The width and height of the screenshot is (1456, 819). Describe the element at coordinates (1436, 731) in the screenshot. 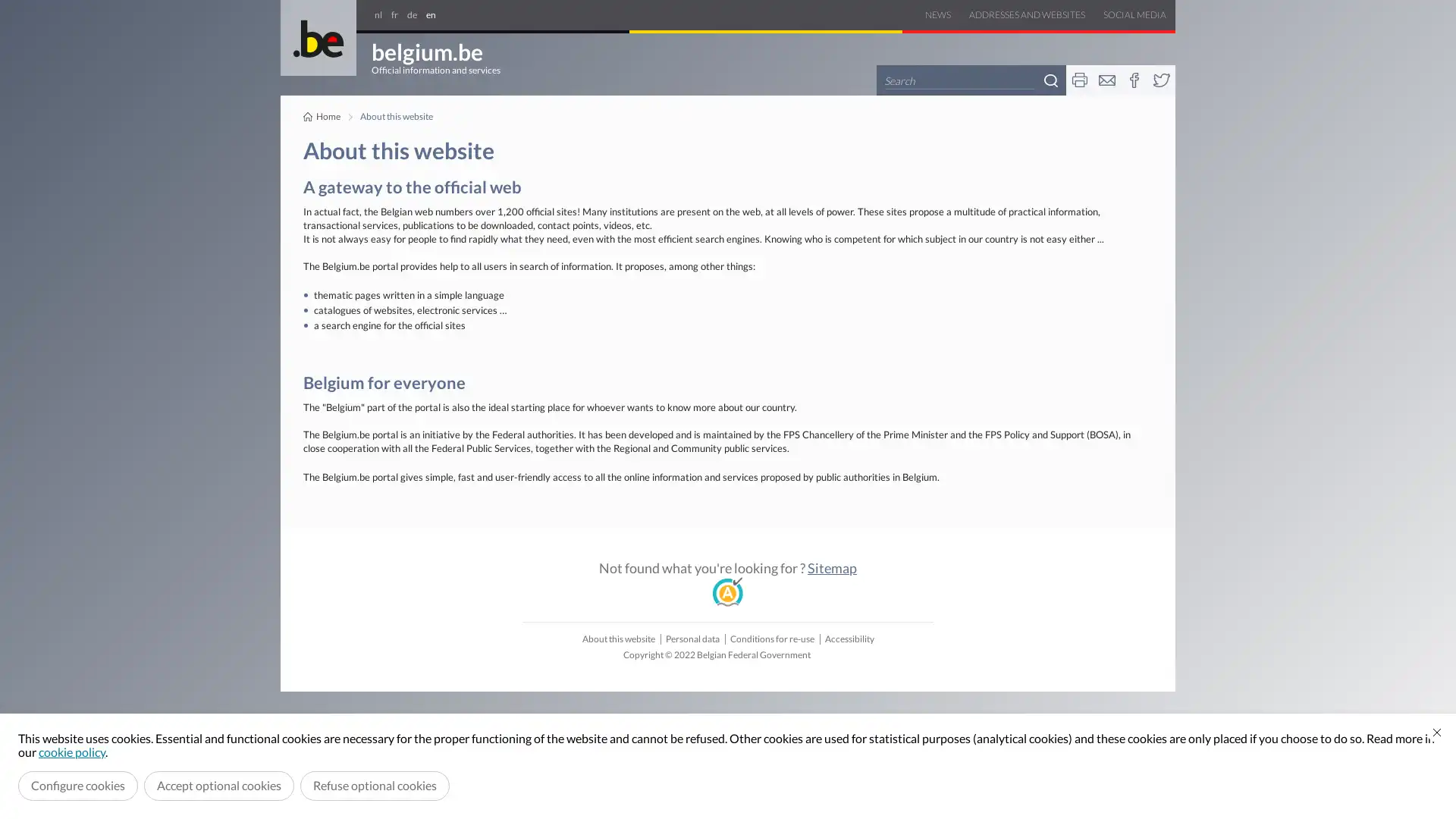

I see `Close` at that location.